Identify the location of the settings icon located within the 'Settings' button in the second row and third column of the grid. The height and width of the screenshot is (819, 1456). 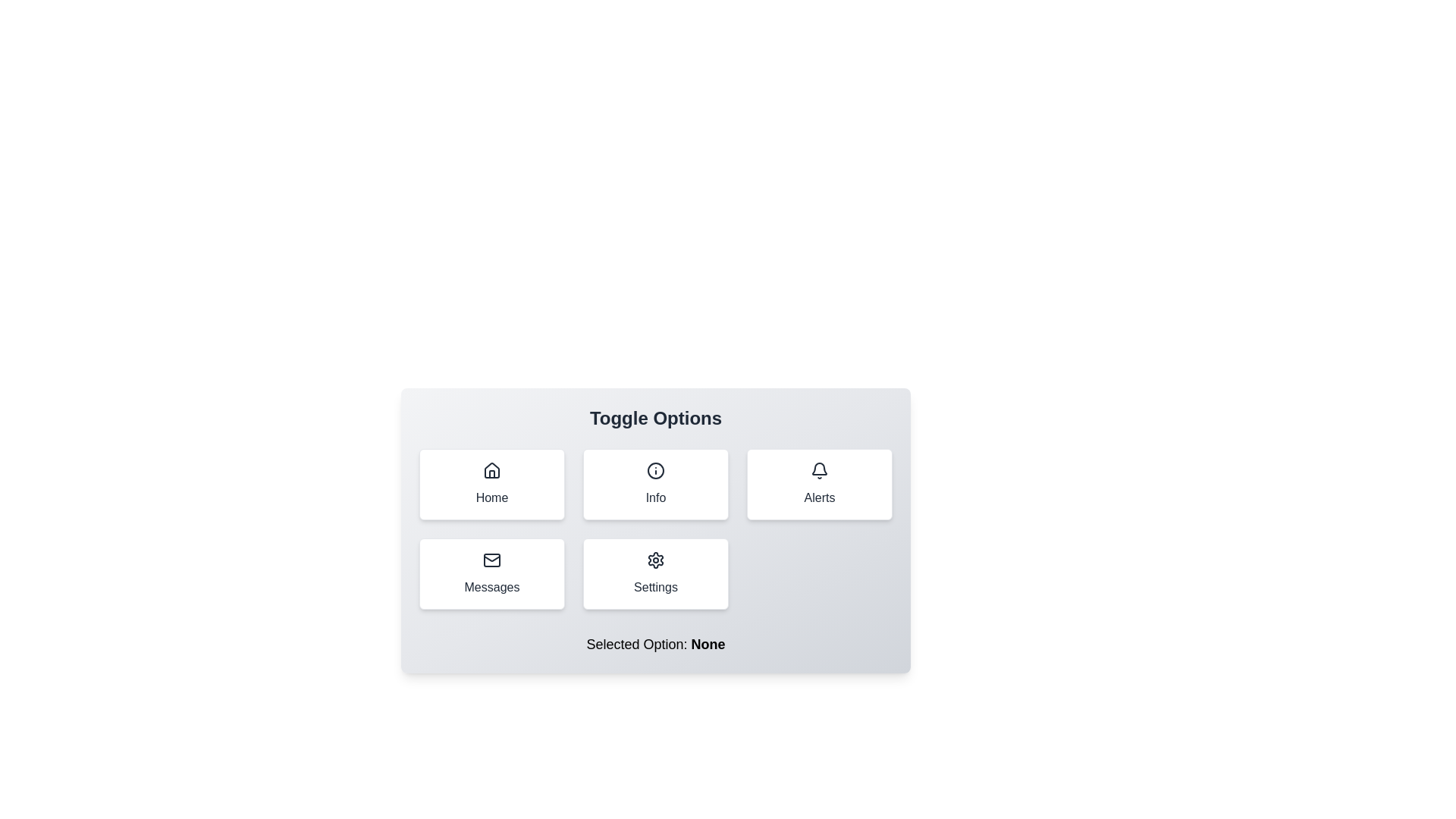
(655, 560).